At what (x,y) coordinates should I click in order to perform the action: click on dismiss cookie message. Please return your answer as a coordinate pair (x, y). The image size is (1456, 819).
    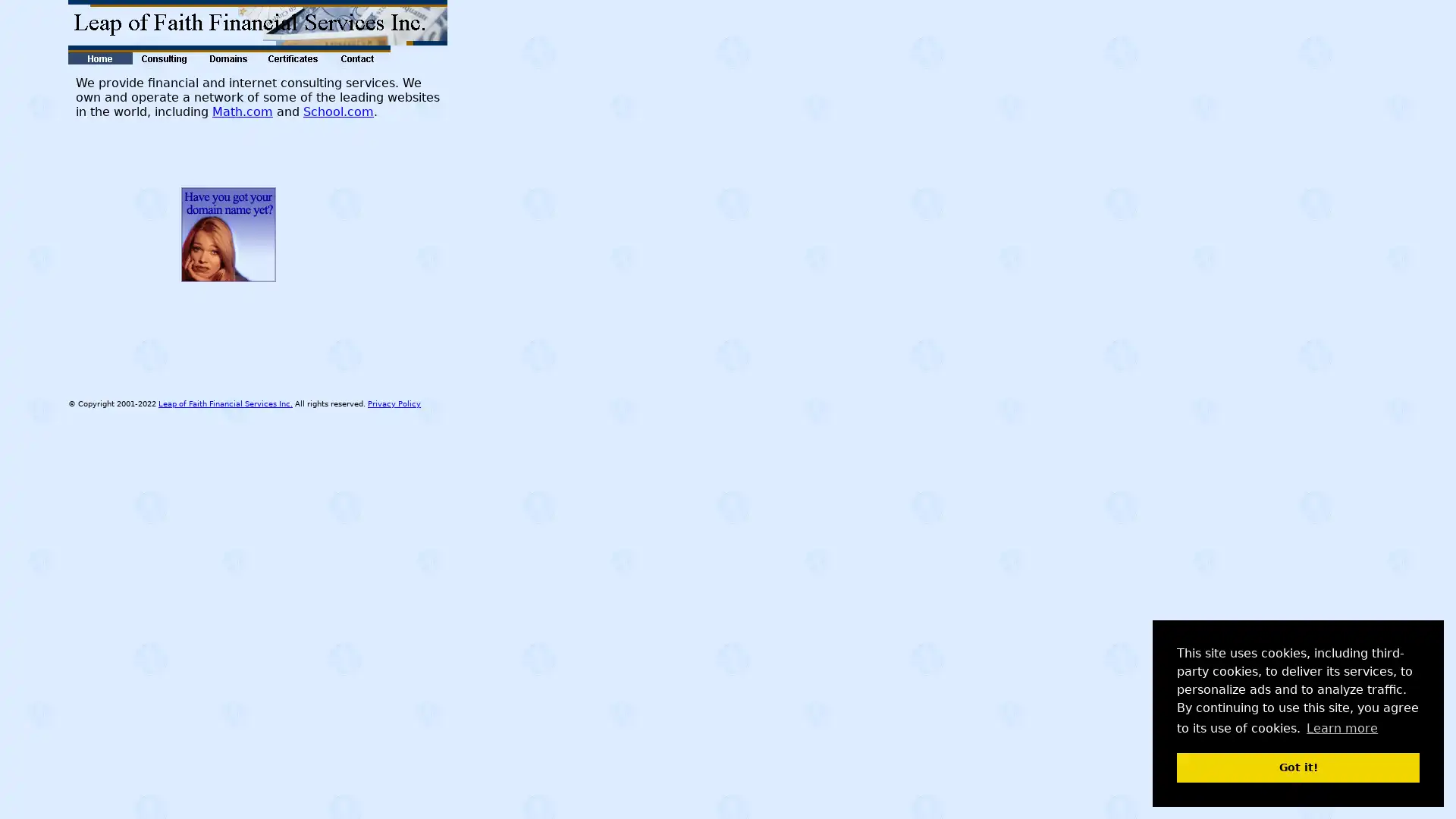
    Looking at the image, I should click on (1298, 767).